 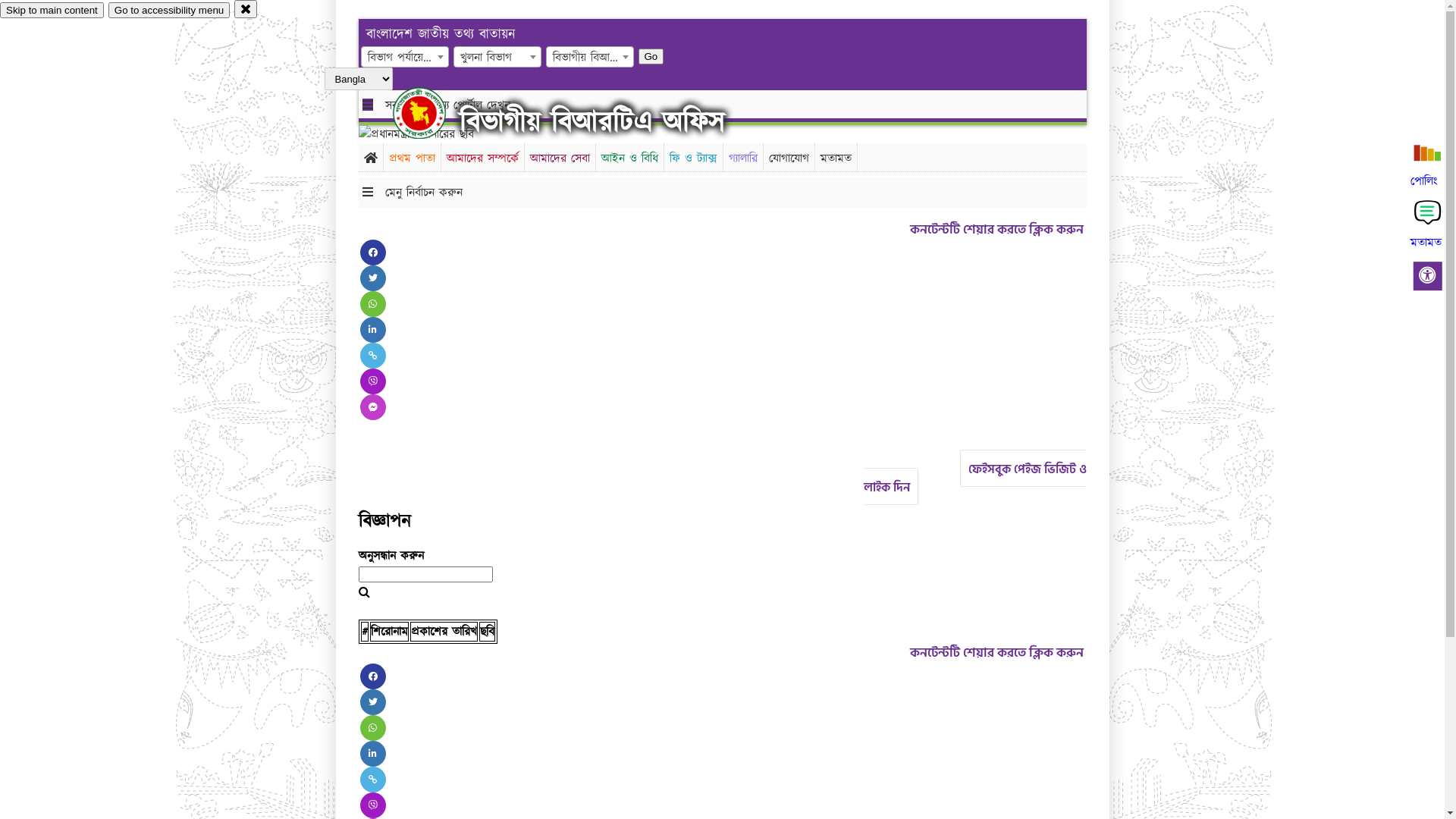 I want to click on 'Go', so click(x=638, y=55).